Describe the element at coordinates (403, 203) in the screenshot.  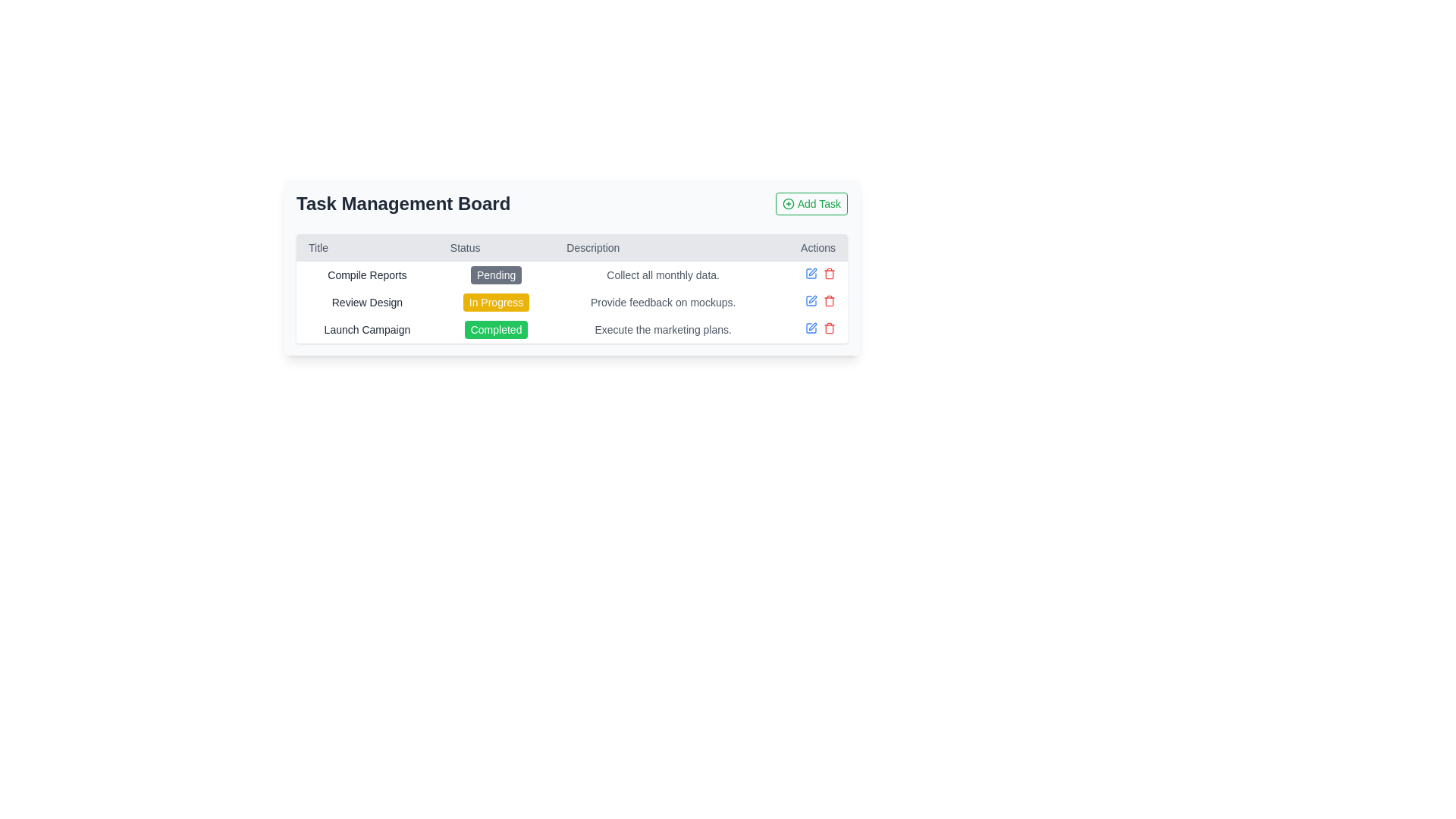
I see `the header text displaying 'Task Management Board', which is located on the left side of the header section and aligned horizontally with the 'Add Task' button` at that location.